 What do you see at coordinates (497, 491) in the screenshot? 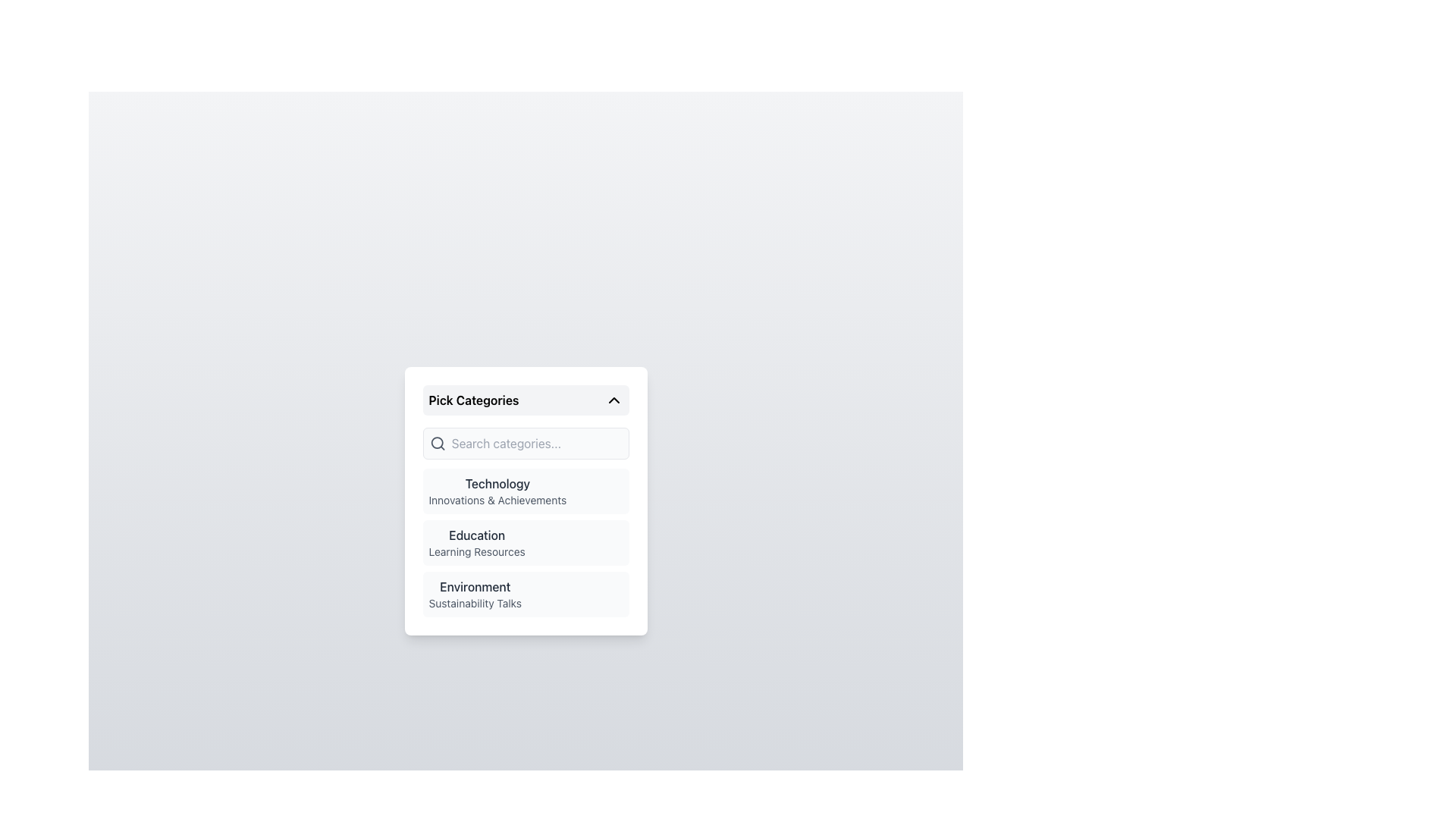
I see `the 'Technology' category label, which is the first category in a vertical list` at bounding box center [497, 491].